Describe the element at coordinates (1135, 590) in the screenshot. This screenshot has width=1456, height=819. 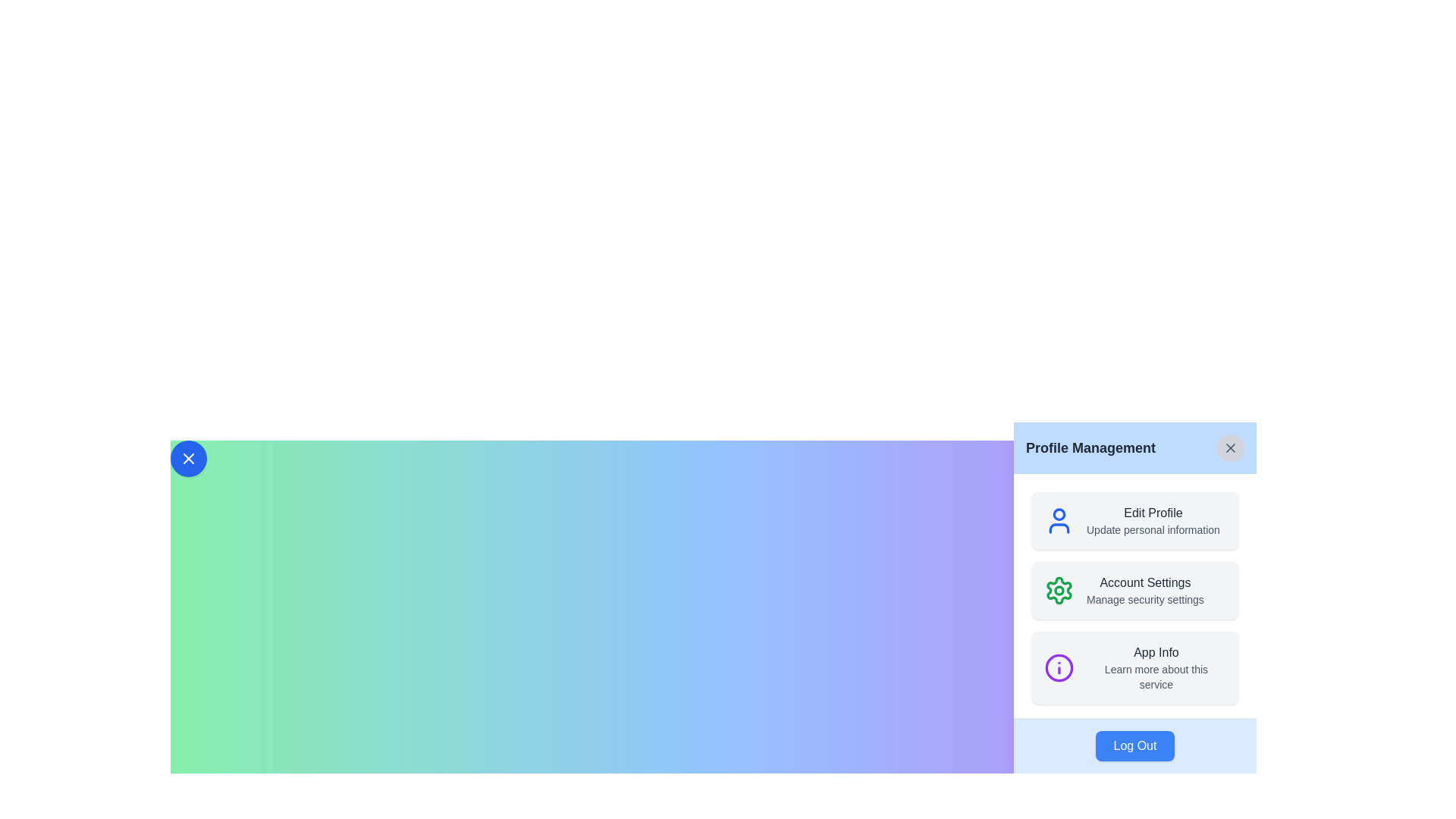
I see `the 'Account Settings' Information Panel Section, which has a light gray background, rounded corners, a green gear icon, and bold text, to highlight or interact with it` at that location.